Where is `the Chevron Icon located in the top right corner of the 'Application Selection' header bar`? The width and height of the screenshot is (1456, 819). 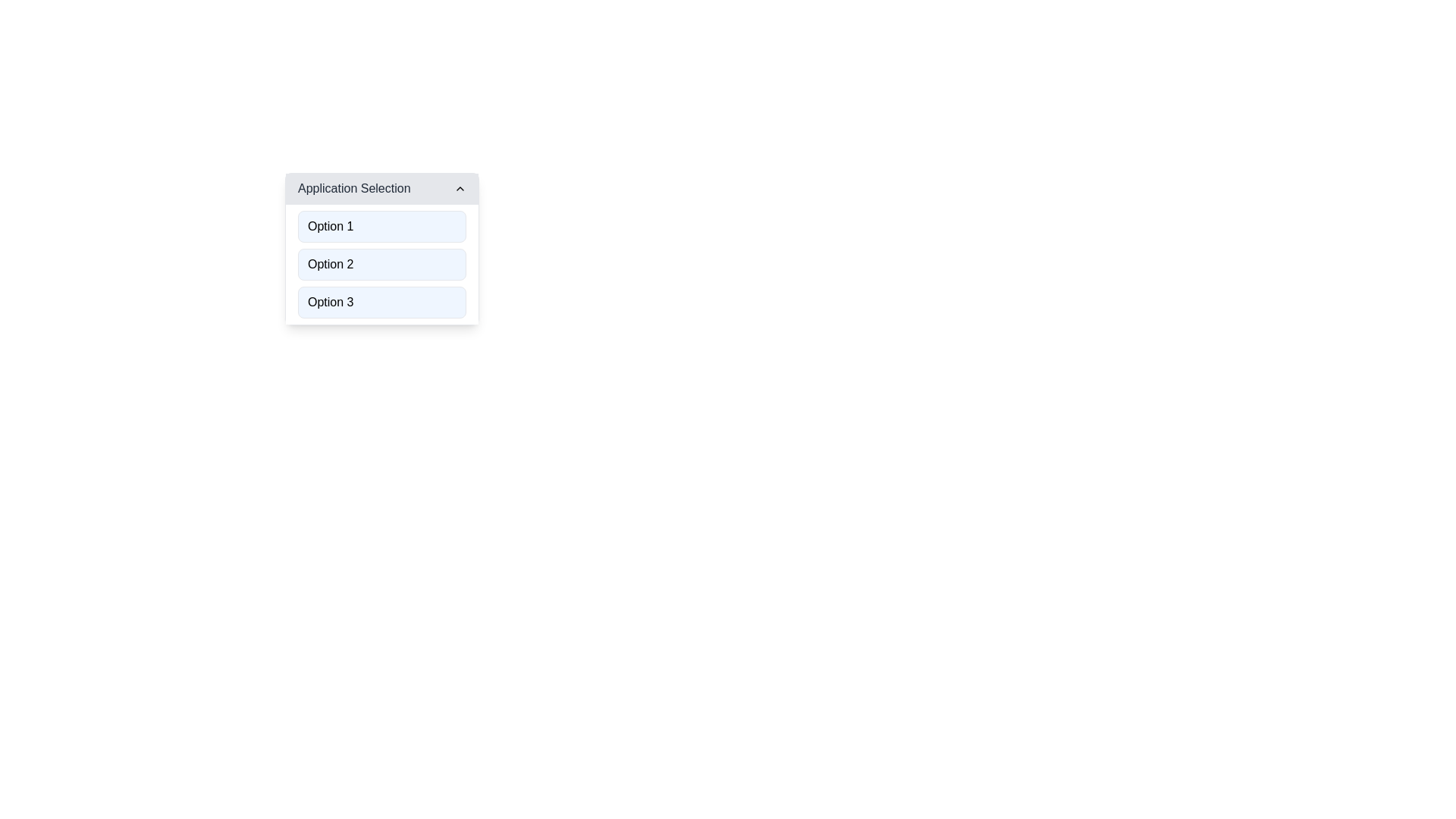 the Chevron Icon located in the top right corner of the 'Application Selection' header bar is located at coordinates (459, 188).